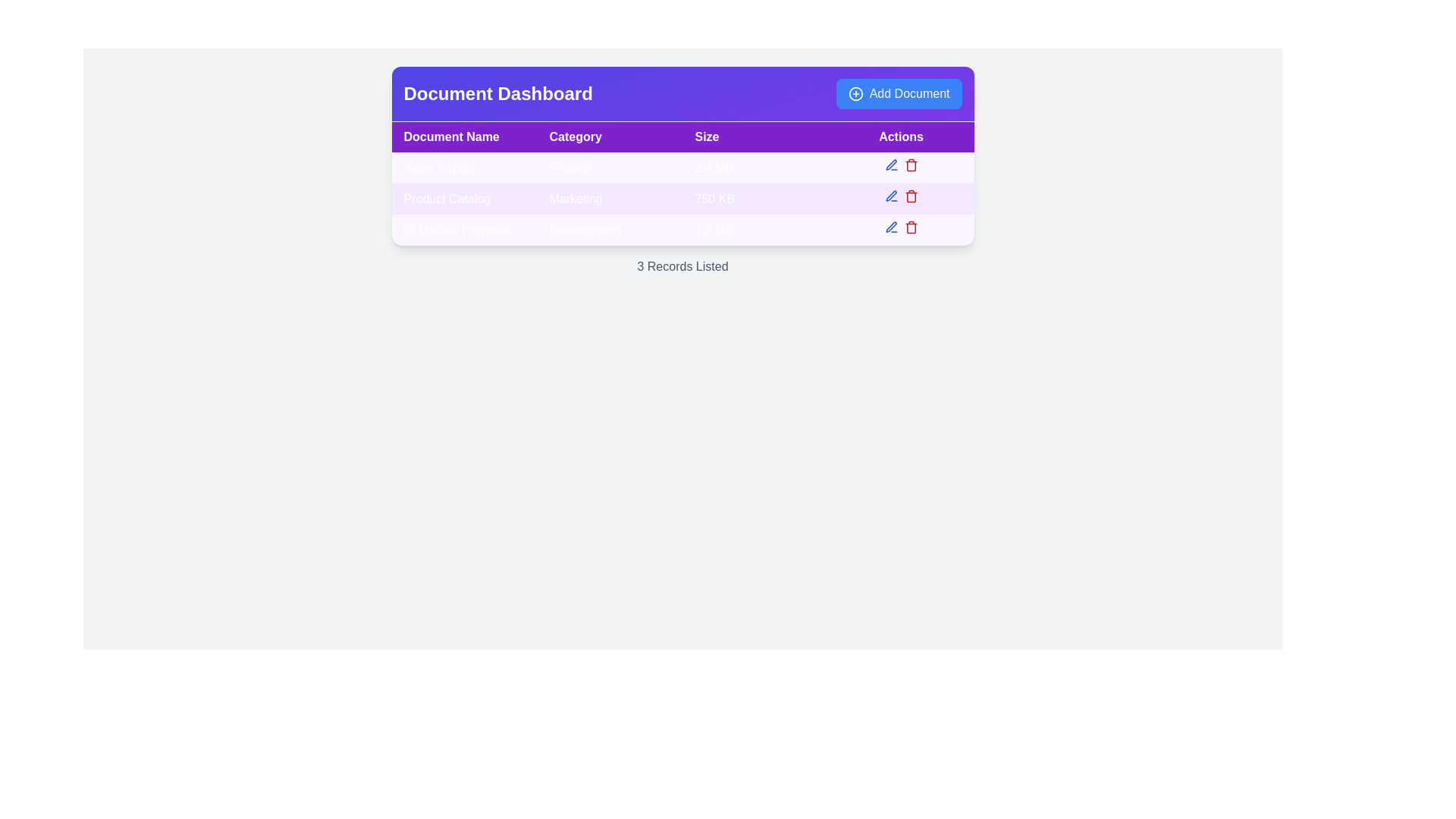  Describe the element at coordinates (891, 227) in the screenshot. I see `the edit button located in the 'Actions' column of the second row in the table, positioned to the left of the red trash bin icon` at that location.